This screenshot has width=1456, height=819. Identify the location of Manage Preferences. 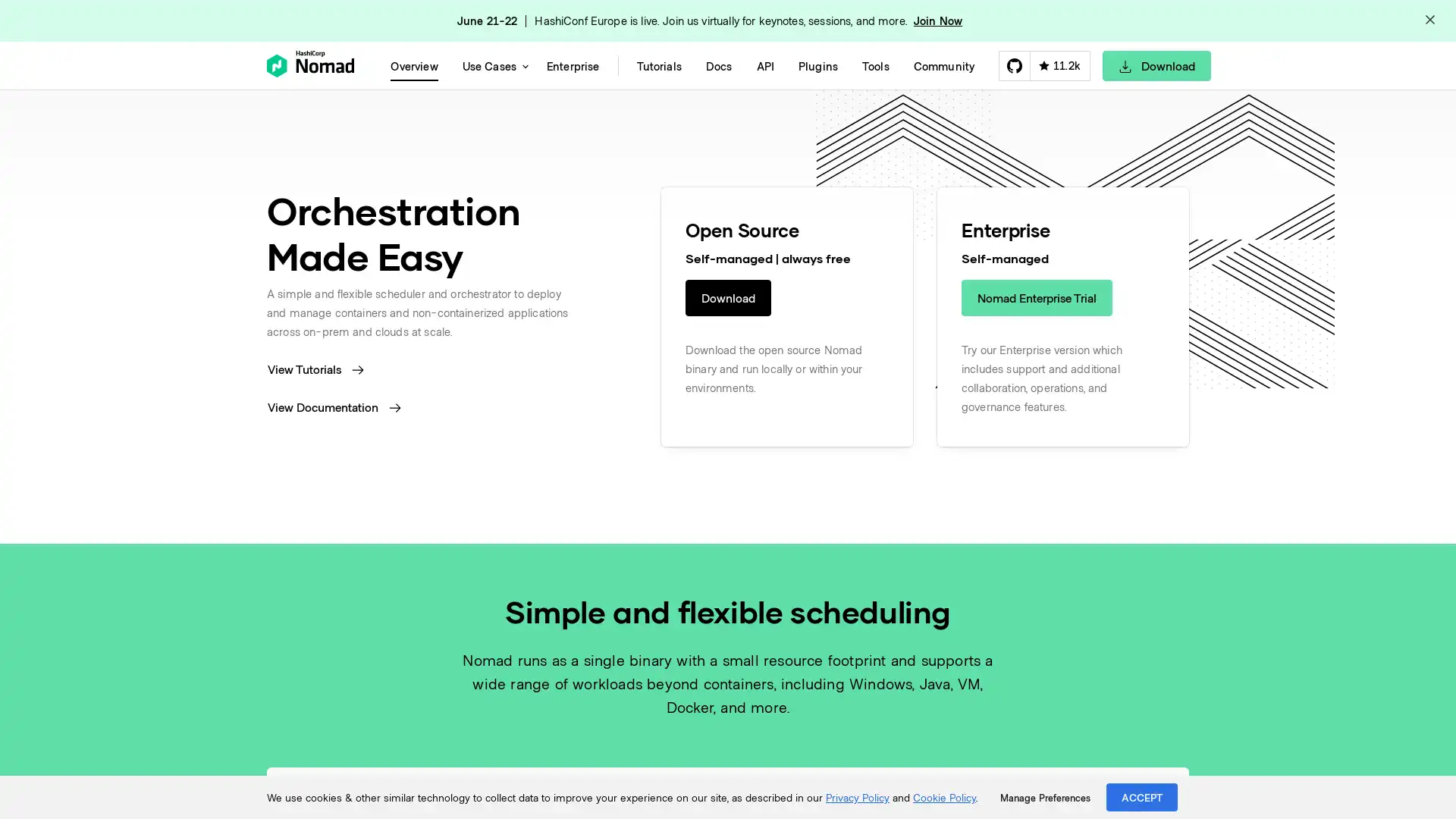
(1044, 797).